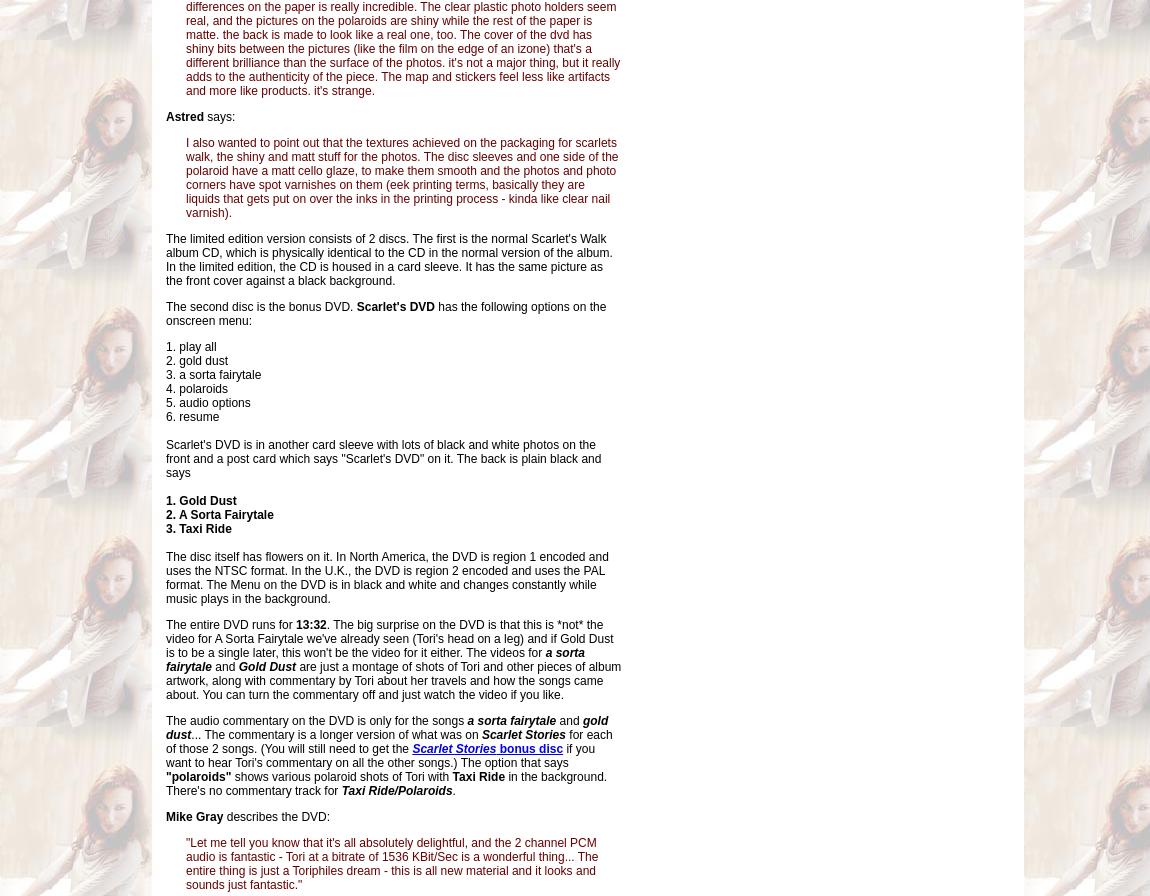 This screenshot has height=896, width=1150. Describe the element at coordinates (164, 347) in the screenshot. I see `'1. play all'` at that location.